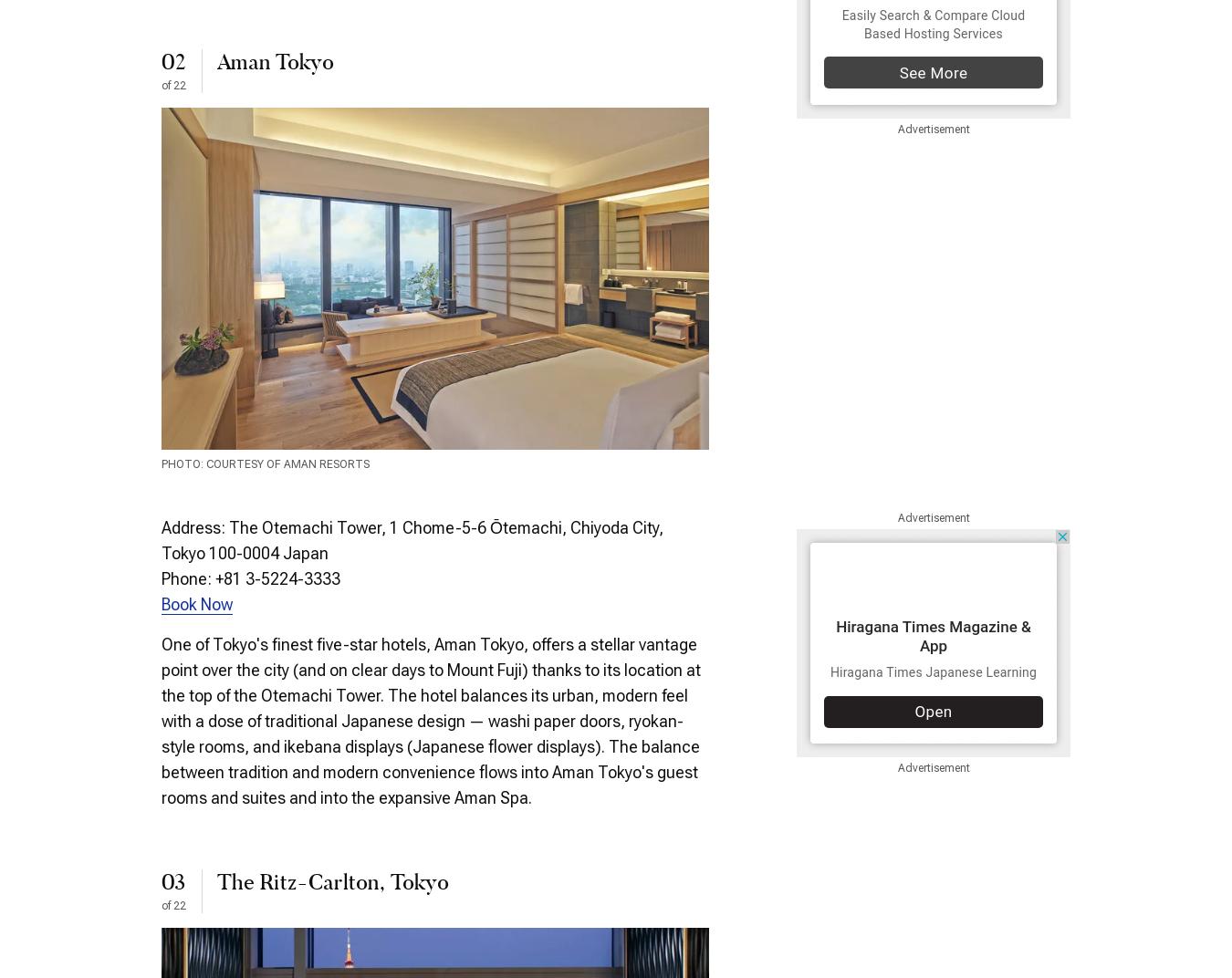 This screenshot has height=978, width=1232. What do you see at coordinates (287, 463) in the screenshot?
I see `'Courtesy of Aman Resorts'` at bounding box center [287, 463].